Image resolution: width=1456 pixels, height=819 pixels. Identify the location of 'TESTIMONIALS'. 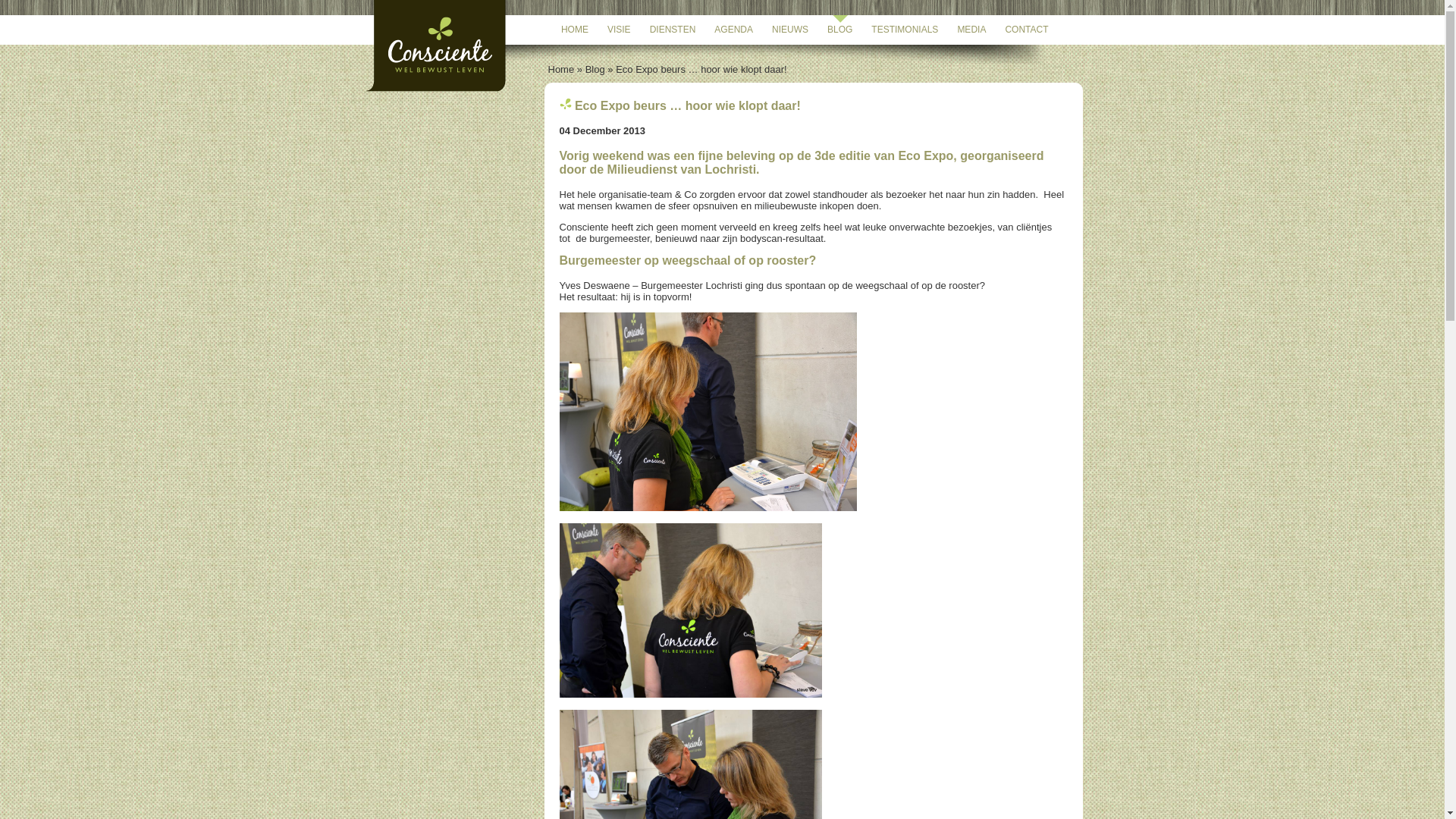
(871, 30).